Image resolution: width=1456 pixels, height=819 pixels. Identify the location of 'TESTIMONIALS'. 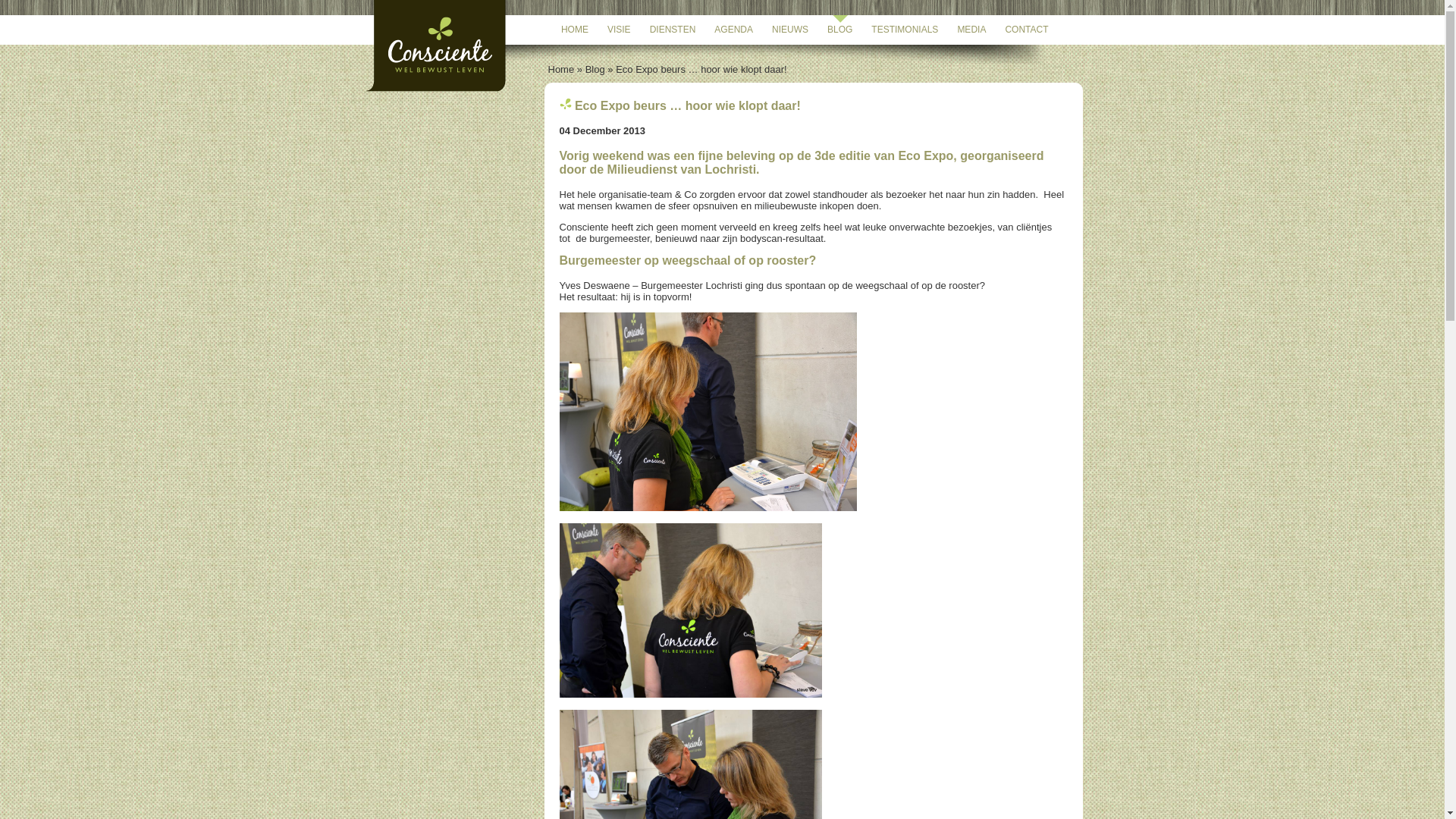
(871, 30).